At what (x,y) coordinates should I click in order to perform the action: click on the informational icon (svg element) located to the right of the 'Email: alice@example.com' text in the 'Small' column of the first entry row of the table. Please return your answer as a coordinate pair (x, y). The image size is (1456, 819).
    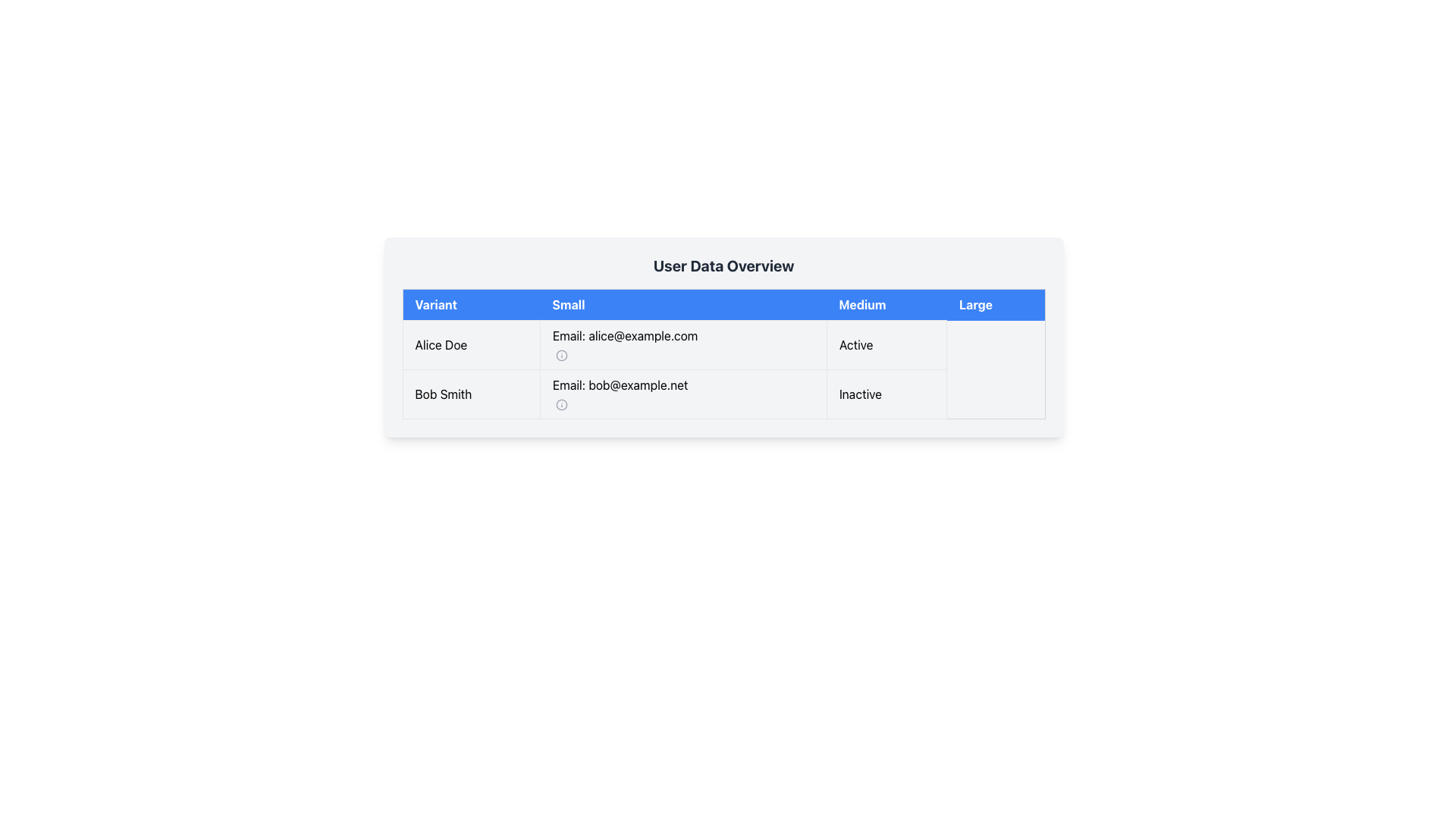
    Looking at the image, I should click on (560, 354).